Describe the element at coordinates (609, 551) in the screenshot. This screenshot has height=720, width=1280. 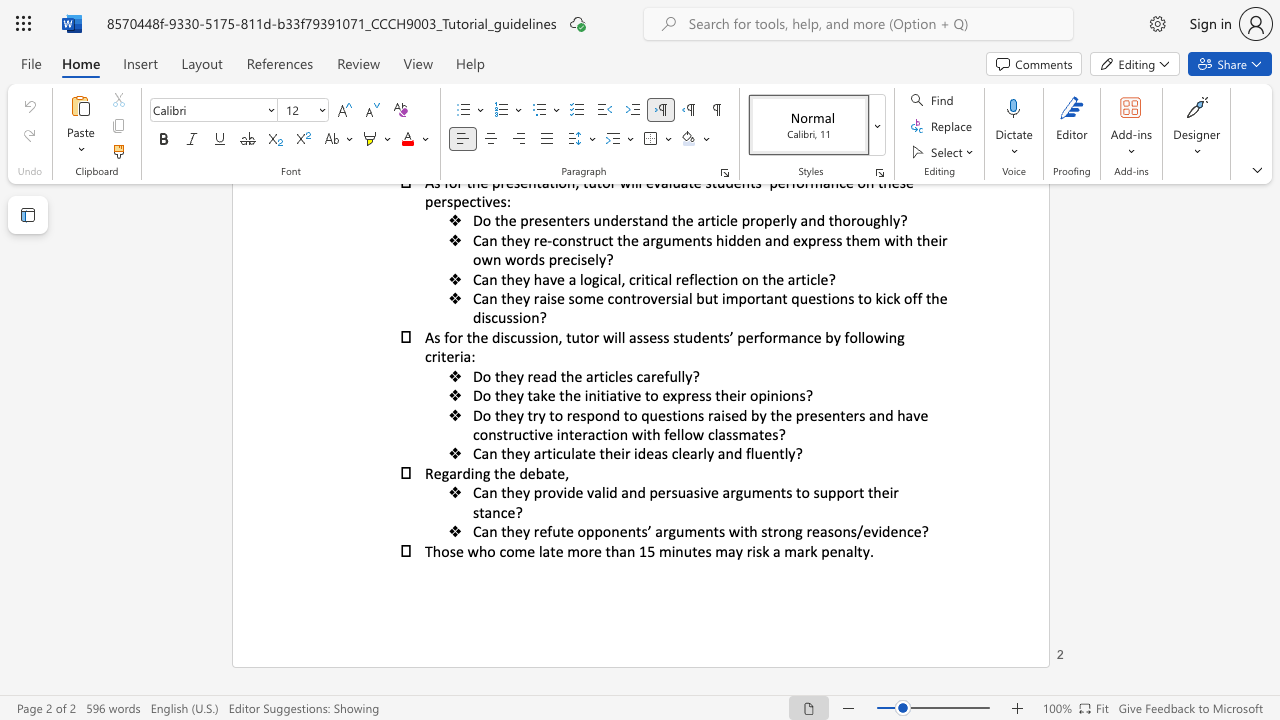
I see `the subset text "han 15 minutes may risk a" within the text "Those who come late more than 15 minutes may risk a mark penalty."` at that location.